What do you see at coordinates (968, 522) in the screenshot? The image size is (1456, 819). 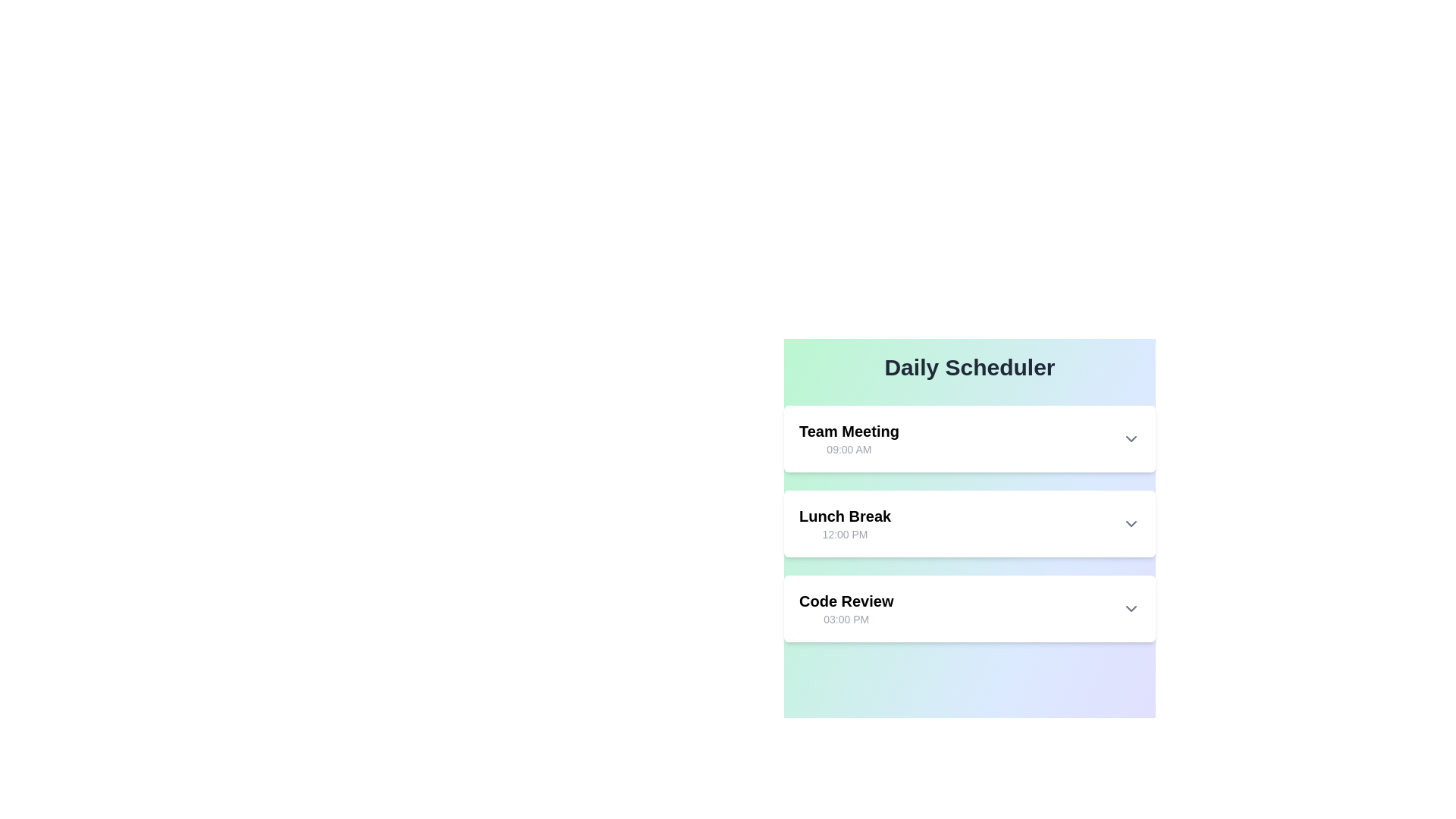 I see `the 'Lunch Break' composite UI component, which includes the title in bold and a dropdown arrow` at bounding box center [968, 522].